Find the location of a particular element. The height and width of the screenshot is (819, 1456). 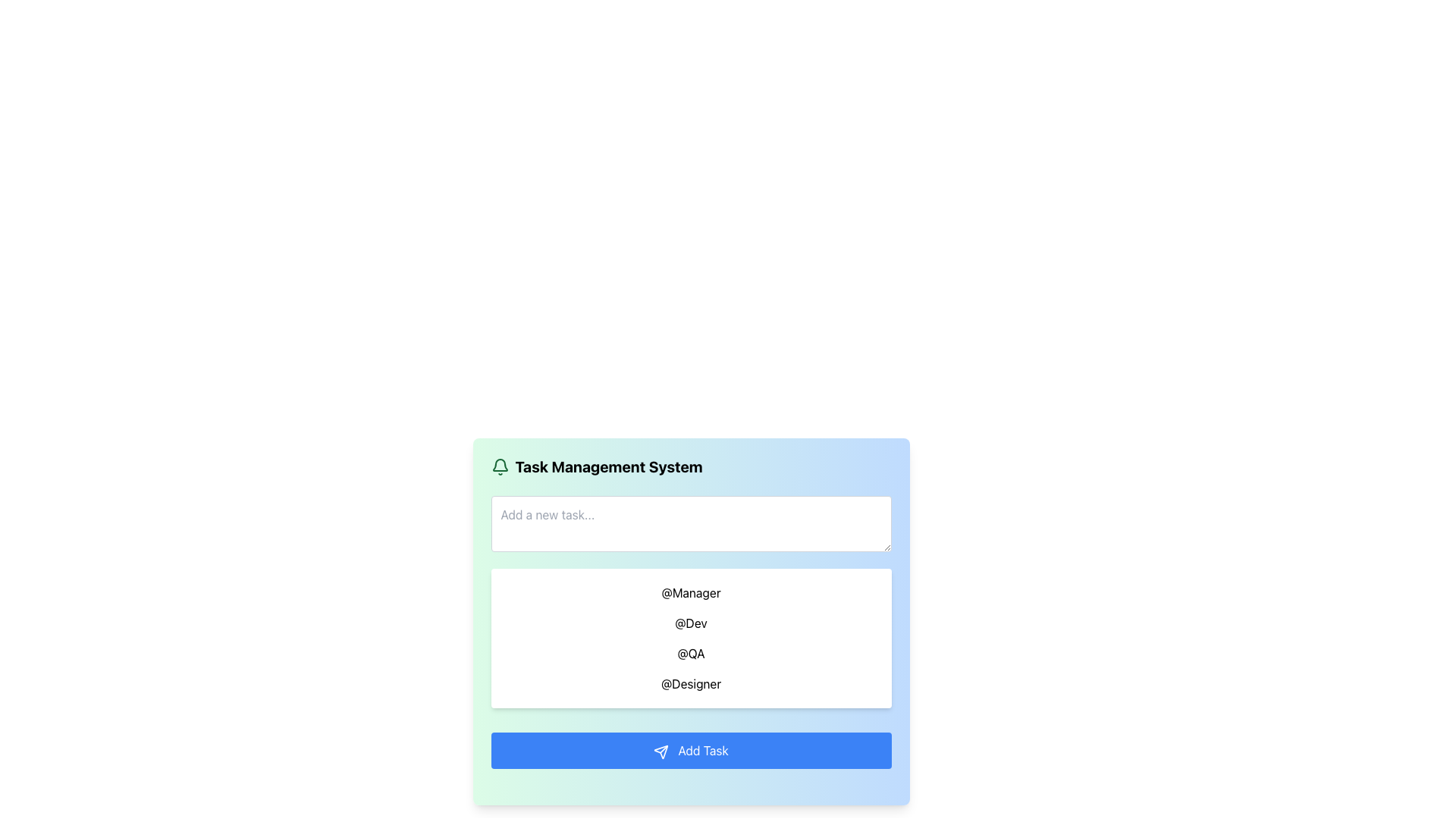

the text label '@Dev' which is the second item in a vertical list, styled in a sans-serif font and changes background color on hover is located at coordinates (690, 623).